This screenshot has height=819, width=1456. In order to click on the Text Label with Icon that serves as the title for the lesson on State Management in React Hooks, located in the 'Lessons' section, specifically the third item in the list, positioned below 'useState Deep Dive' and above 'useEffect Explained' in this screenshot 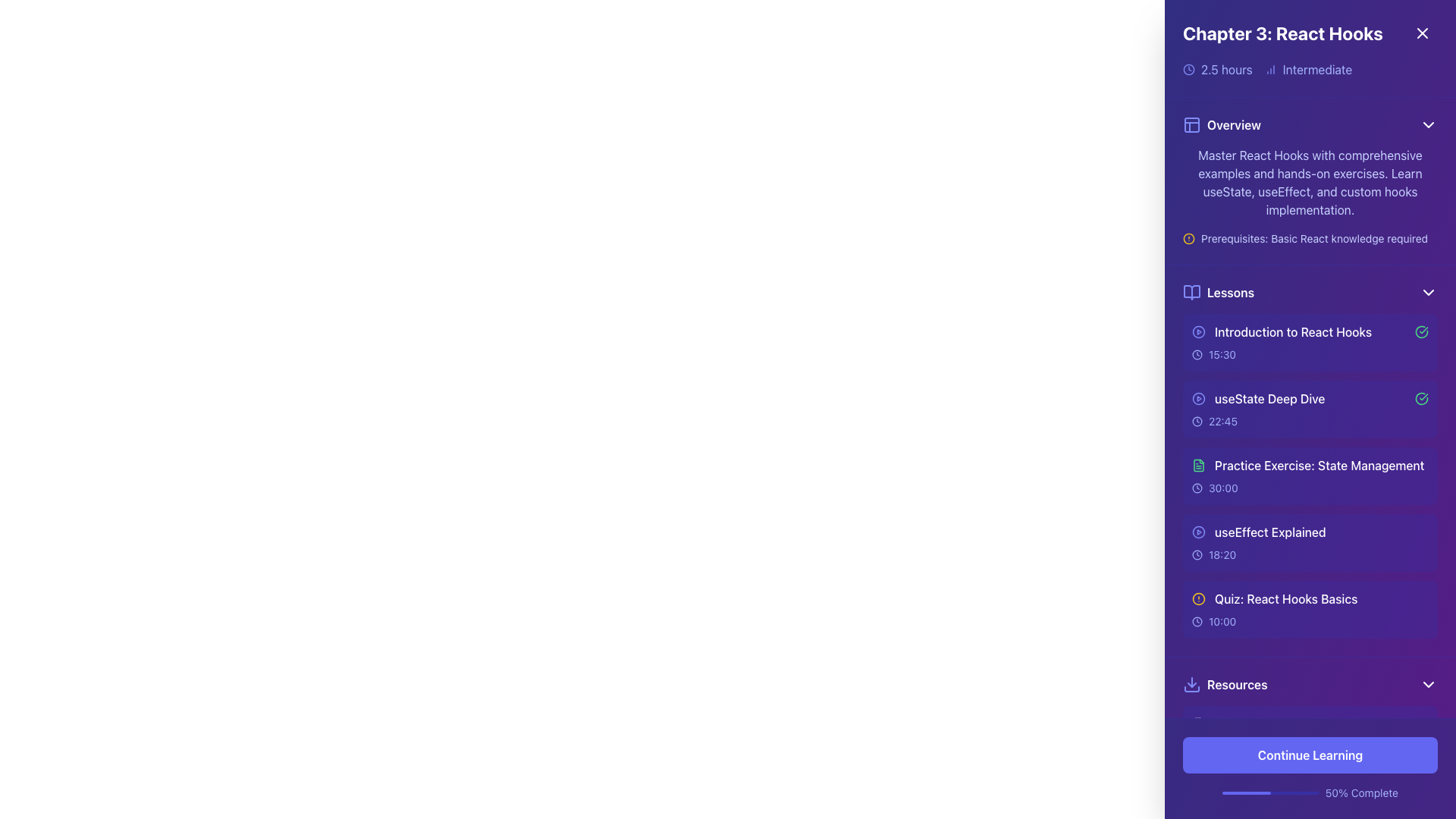, I will do `click(1310, 464)`.